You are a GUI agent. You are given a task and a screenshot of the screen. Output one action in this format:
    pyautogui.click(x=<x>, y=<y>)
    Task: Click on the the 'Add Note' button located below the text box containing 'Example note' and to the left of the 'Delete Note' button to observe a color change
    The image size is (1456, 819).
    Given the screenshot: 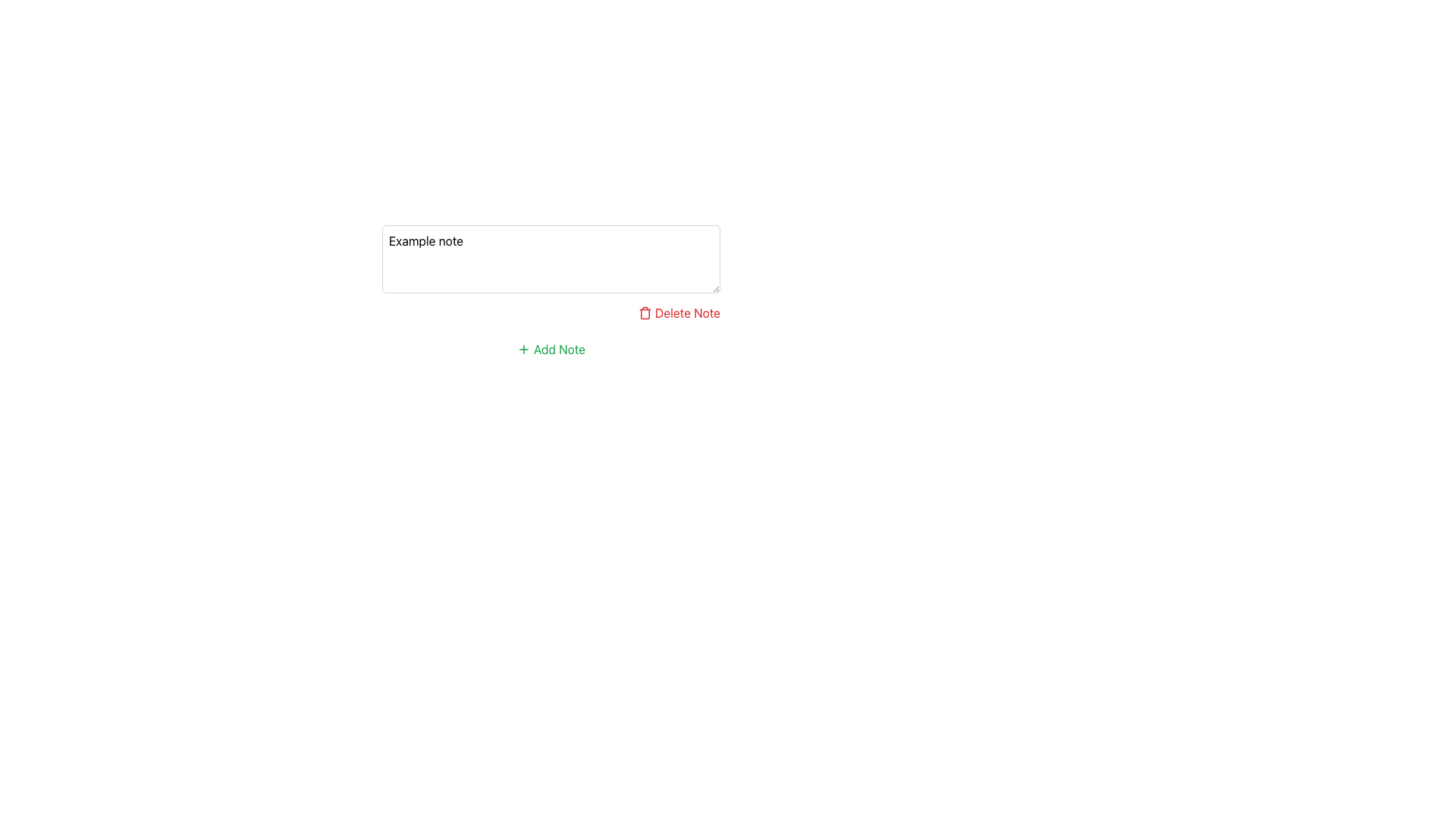 What is the action you would take?
    pyautogui.click(x=550, y=350)
    